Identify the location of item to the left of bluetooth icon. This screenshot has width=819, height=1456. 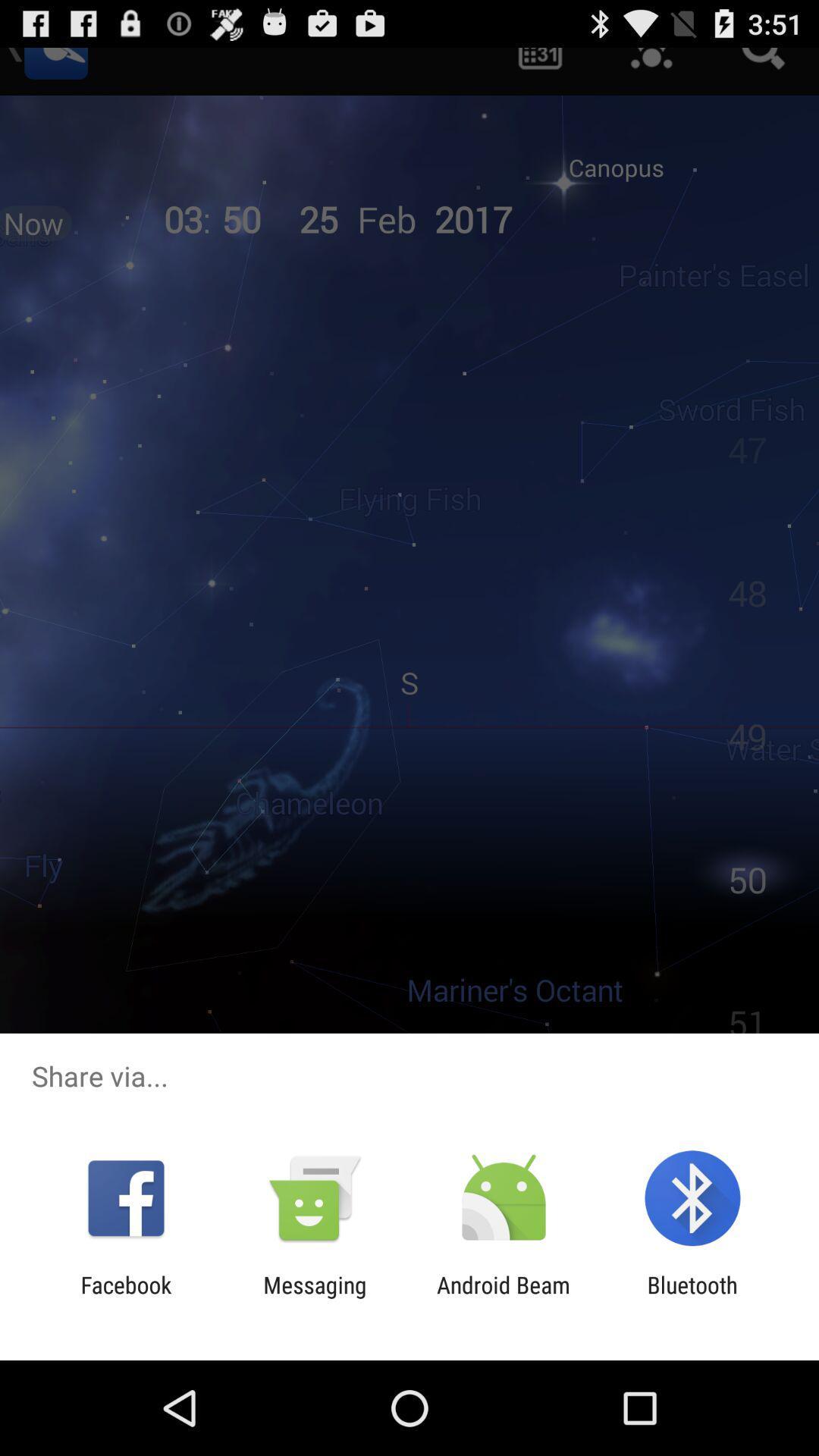
(504, 1298).